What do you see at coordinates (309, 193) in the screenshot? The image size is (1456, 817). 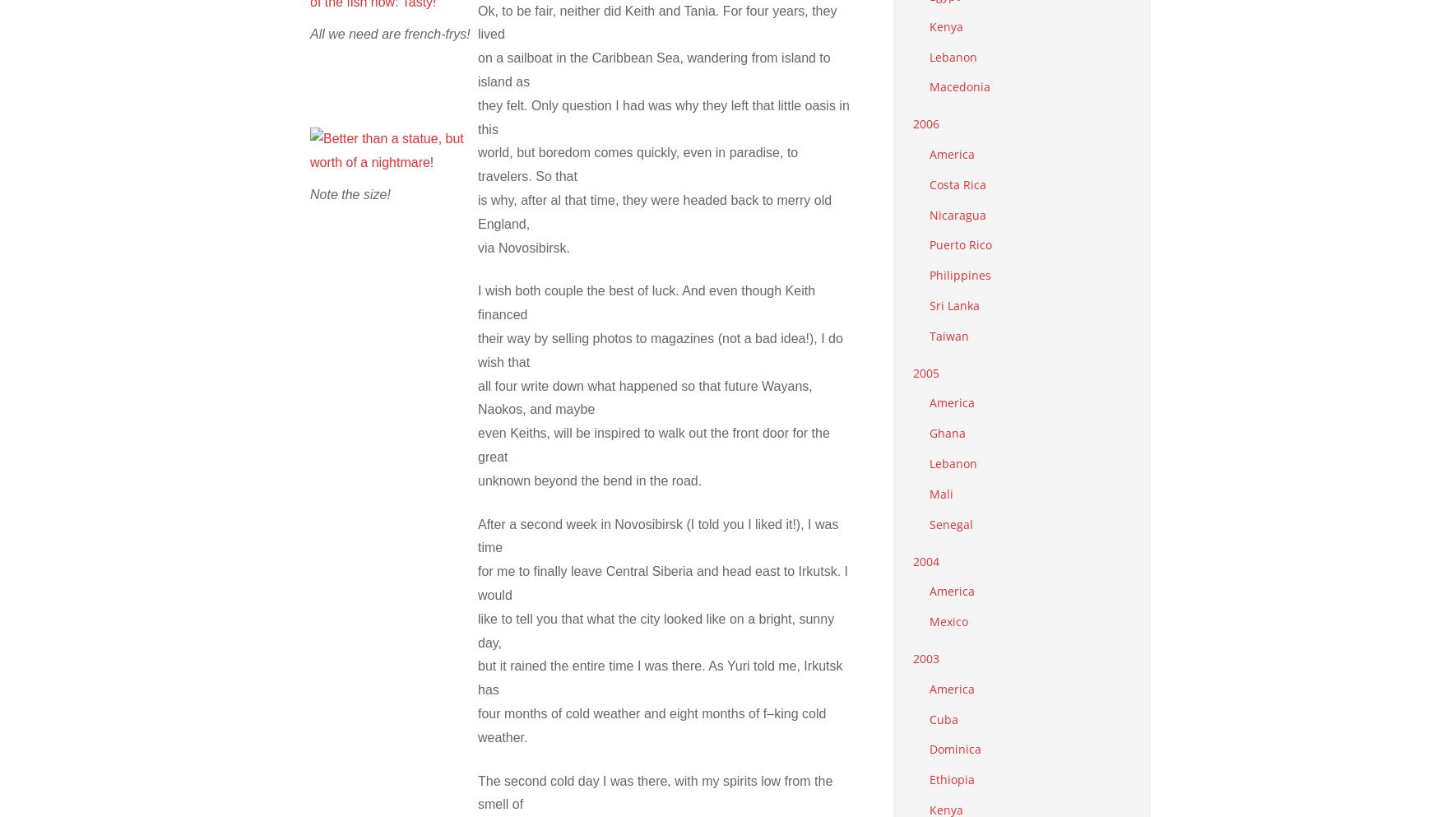 I see `'Note the size!'` at bounding box center [309, 193].